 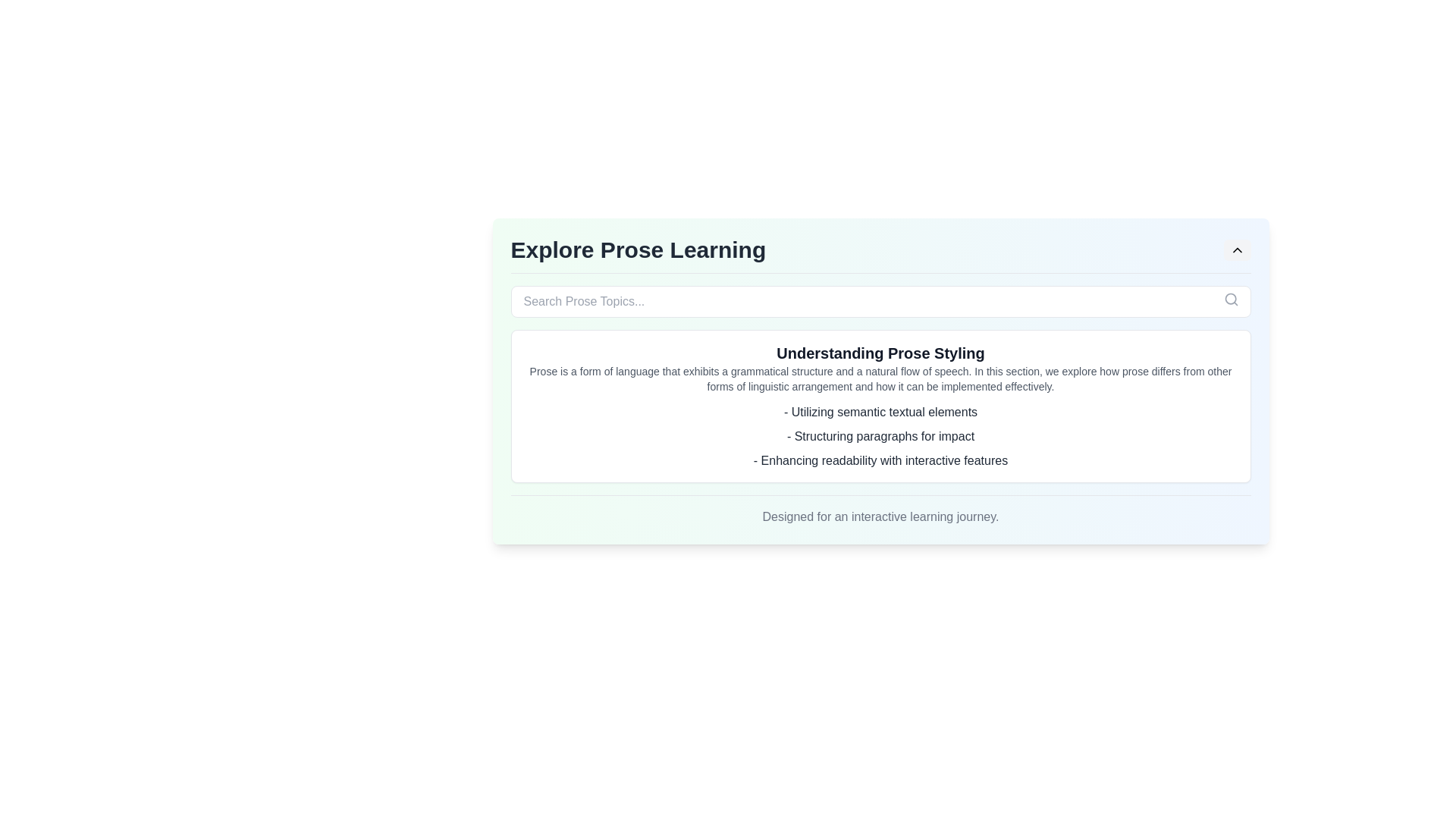 I want to click on the second item in the vertical list under the heading 'Understanding Prose Styling', which conveys a specific idea related to prose structuring, so click(x=880, y=436).